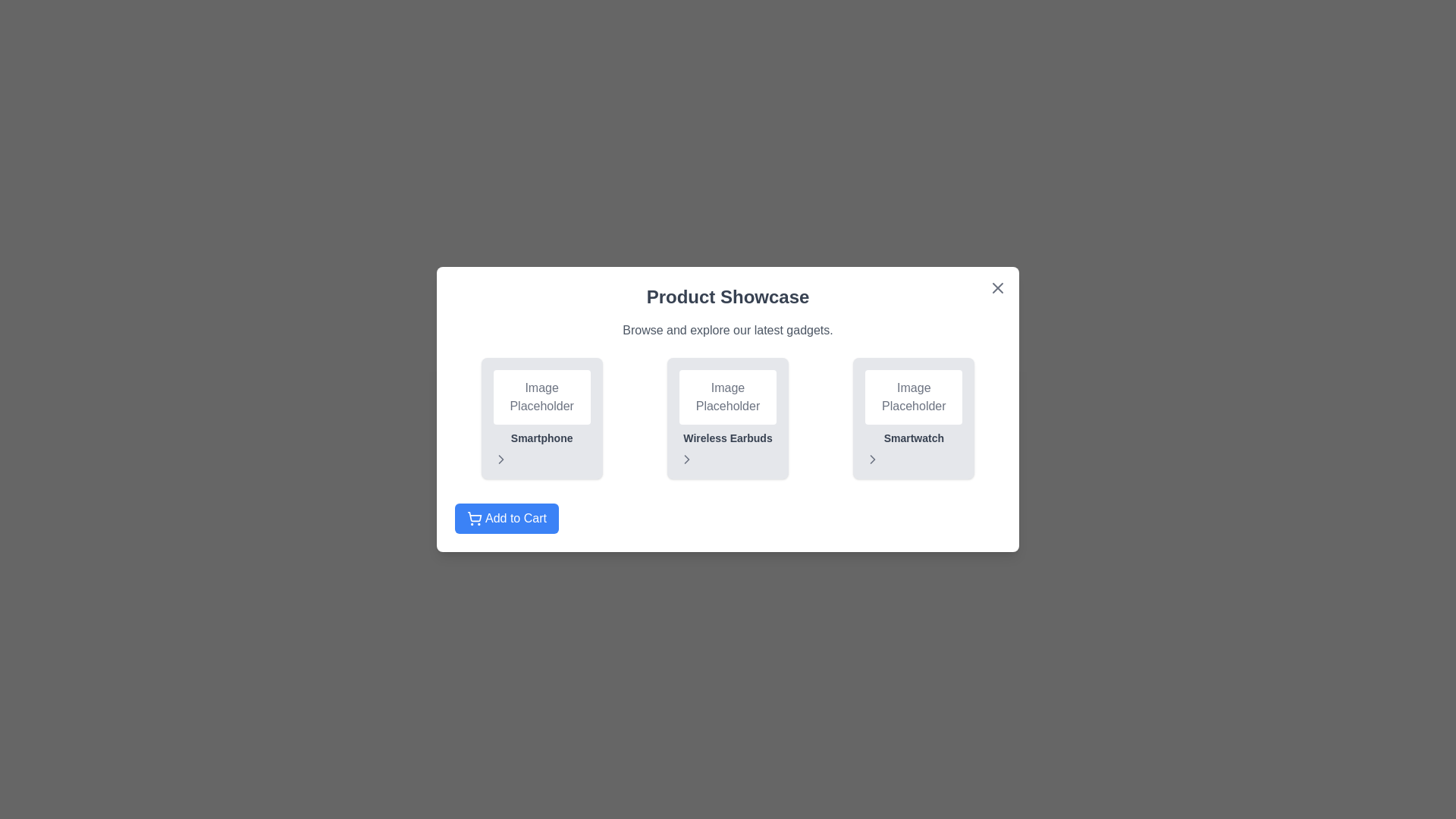  Describe the element at coordinates (541, 397) in the screenshot. I see `the 'Image Placeholder' text, which is styled in gray and located in the upper section of the first card labeled 'Smartphone'` at that location.